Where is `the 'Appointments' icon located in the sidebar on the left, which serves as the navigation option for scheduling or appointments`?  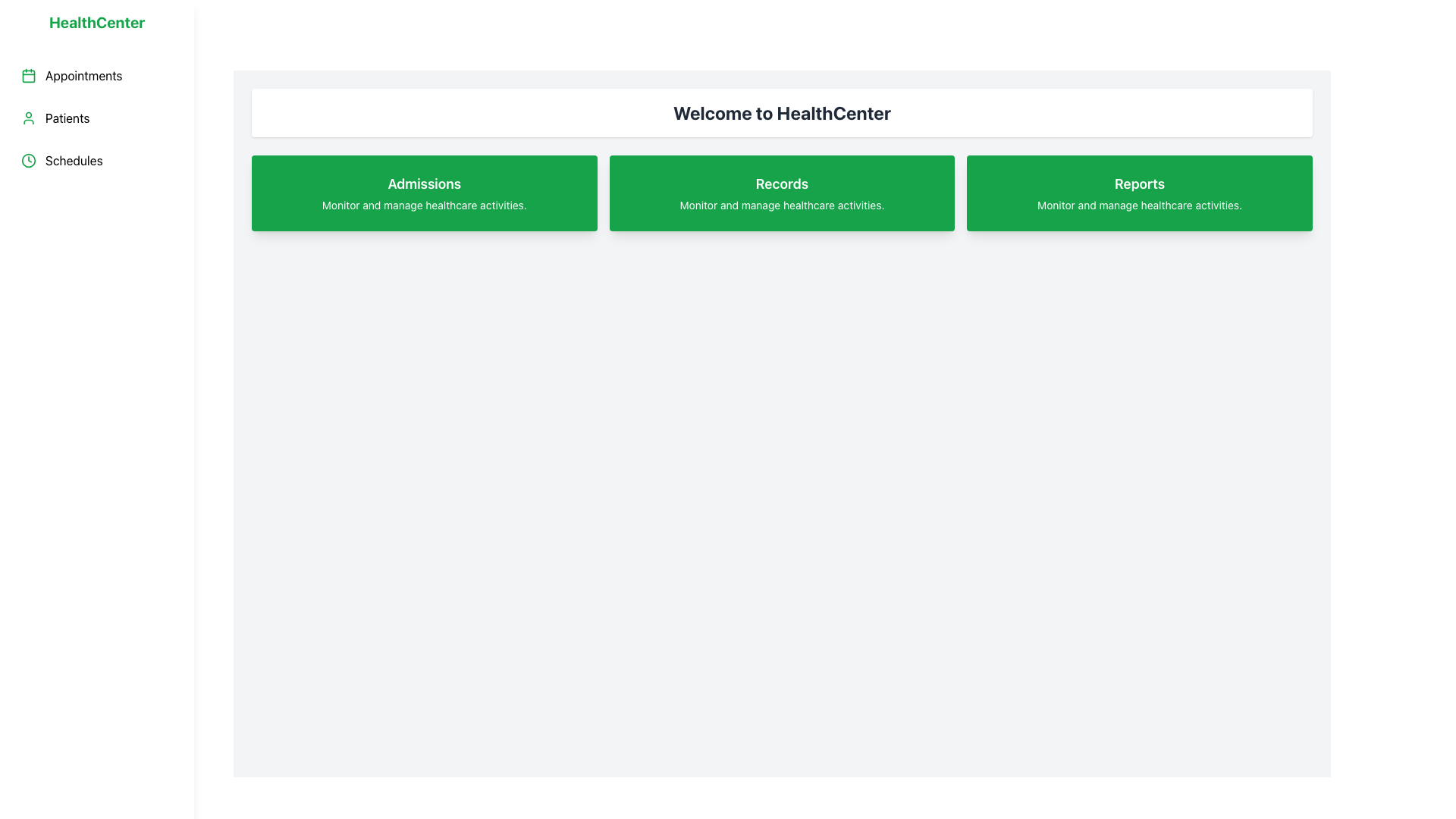 the 'Appointments' icon located in the sidebar on the left, which serves as the navigation option for scheduling or appointments is located at coordinates (29, 76).